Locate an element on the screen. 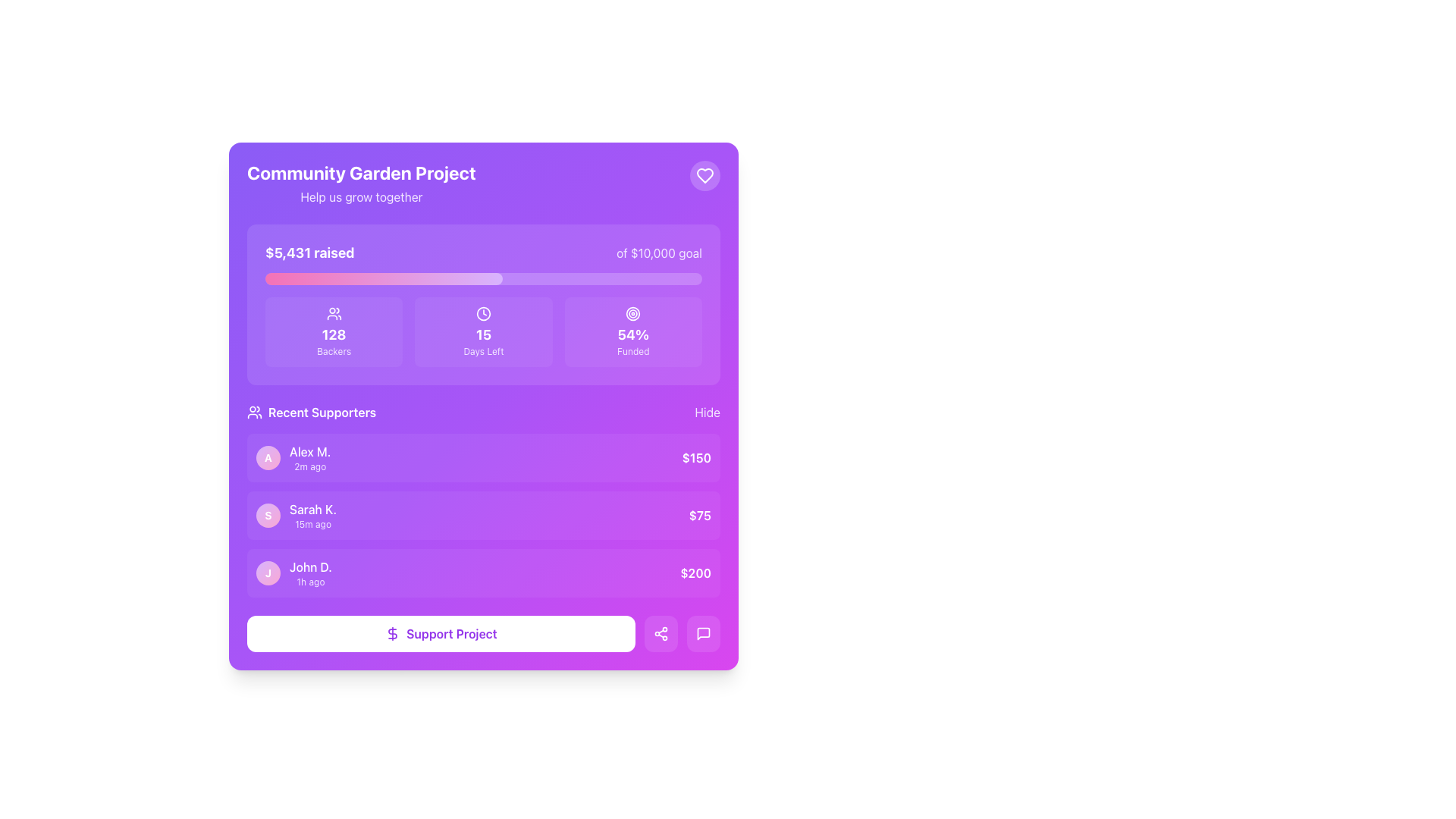  the interactive button located in the top-right corner of the 'Community Garden Project' card to interact with it is located at coordinates (704, 174).